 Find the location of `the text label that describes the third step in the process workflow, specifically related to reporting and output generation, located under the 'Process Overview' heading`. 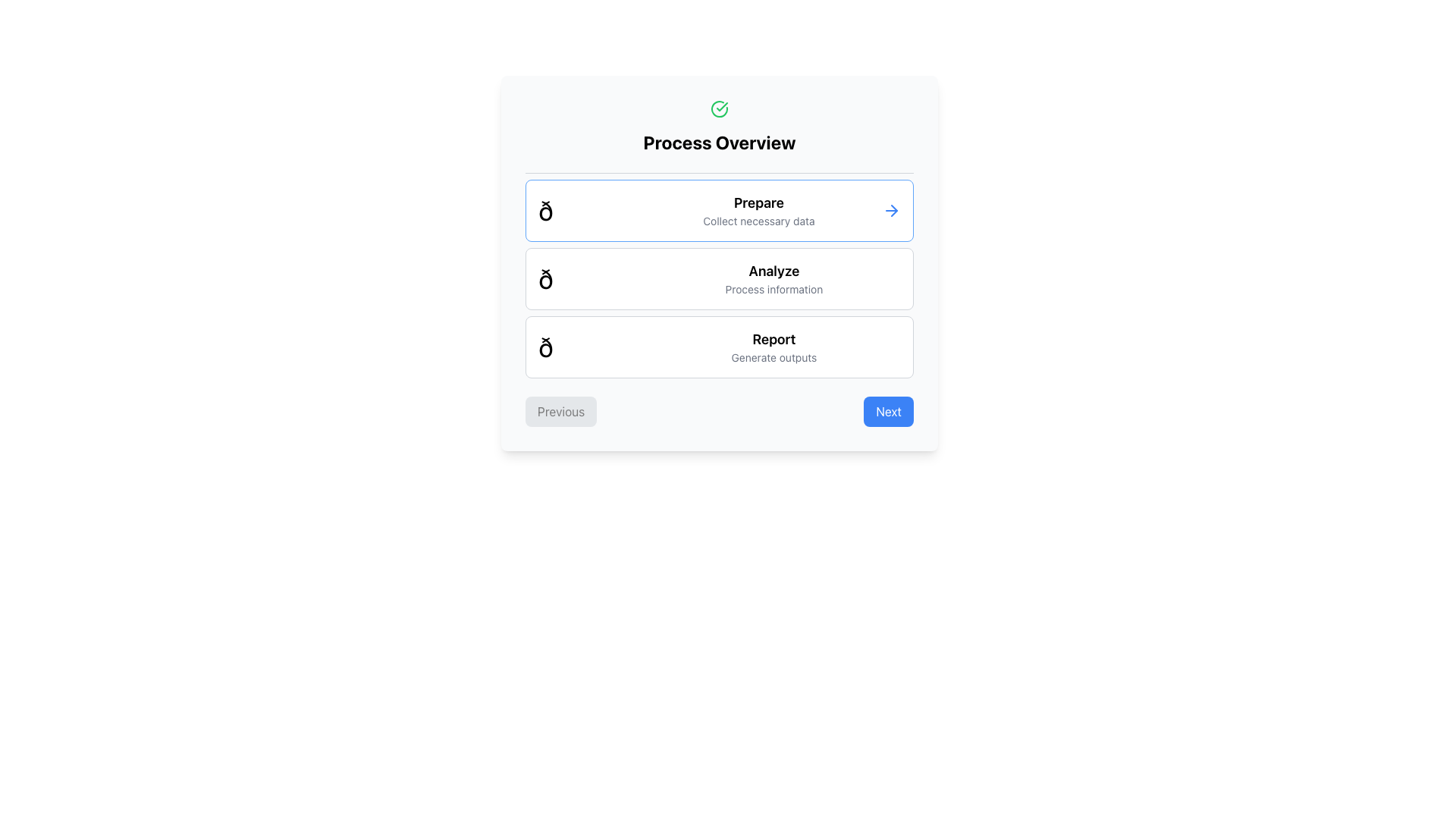

the text label that describes the third step in the process workflow, specifically related to reporting and output generation, located under the 'Process Overview' heading is located at coordinates (773, 347).